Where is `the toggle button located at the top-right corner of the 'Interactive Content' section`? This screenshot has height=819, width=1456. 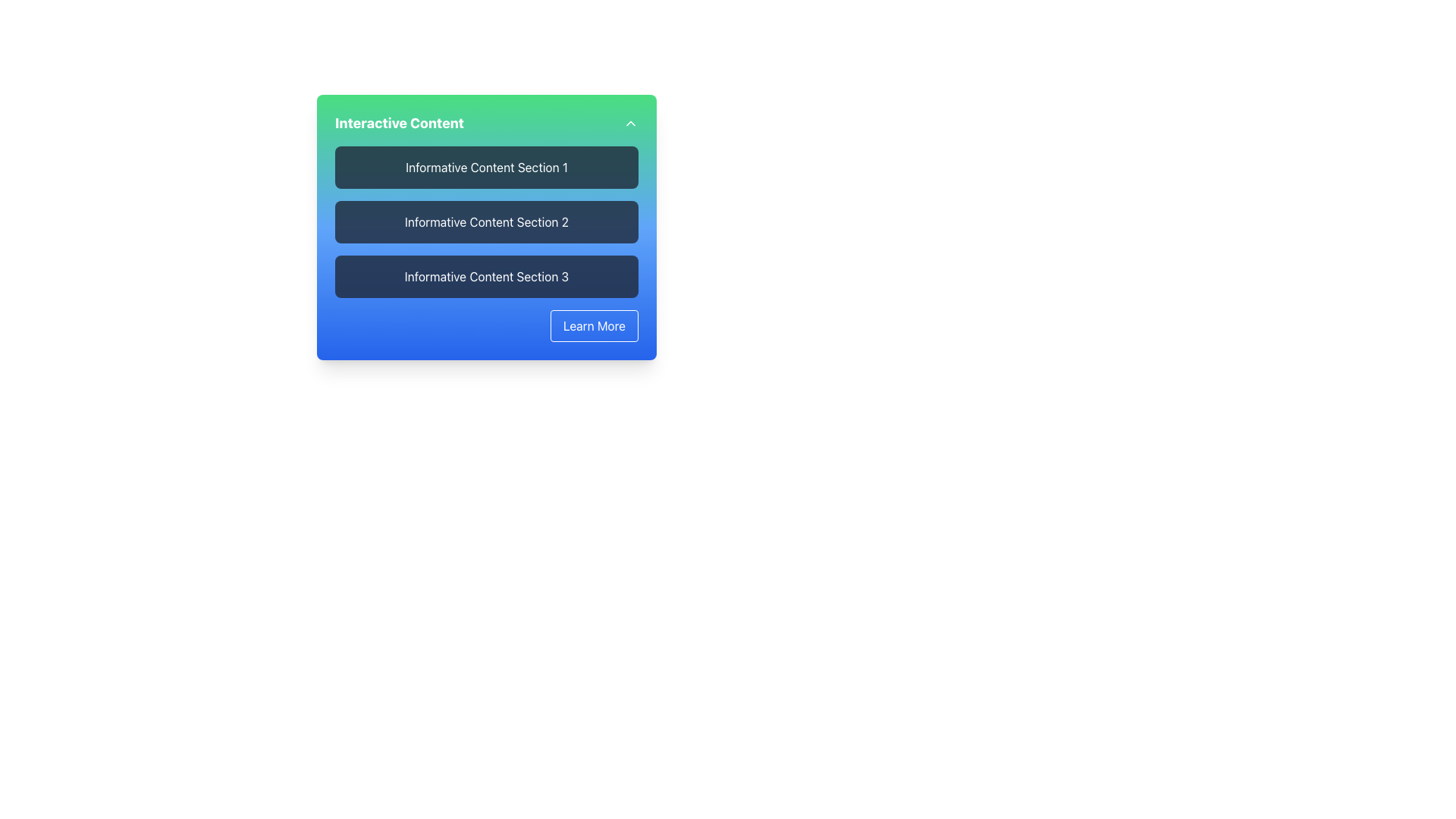 the toggle button located at the top-right corner of the 'Interactive Content' section is located at coordinates (630, 122).